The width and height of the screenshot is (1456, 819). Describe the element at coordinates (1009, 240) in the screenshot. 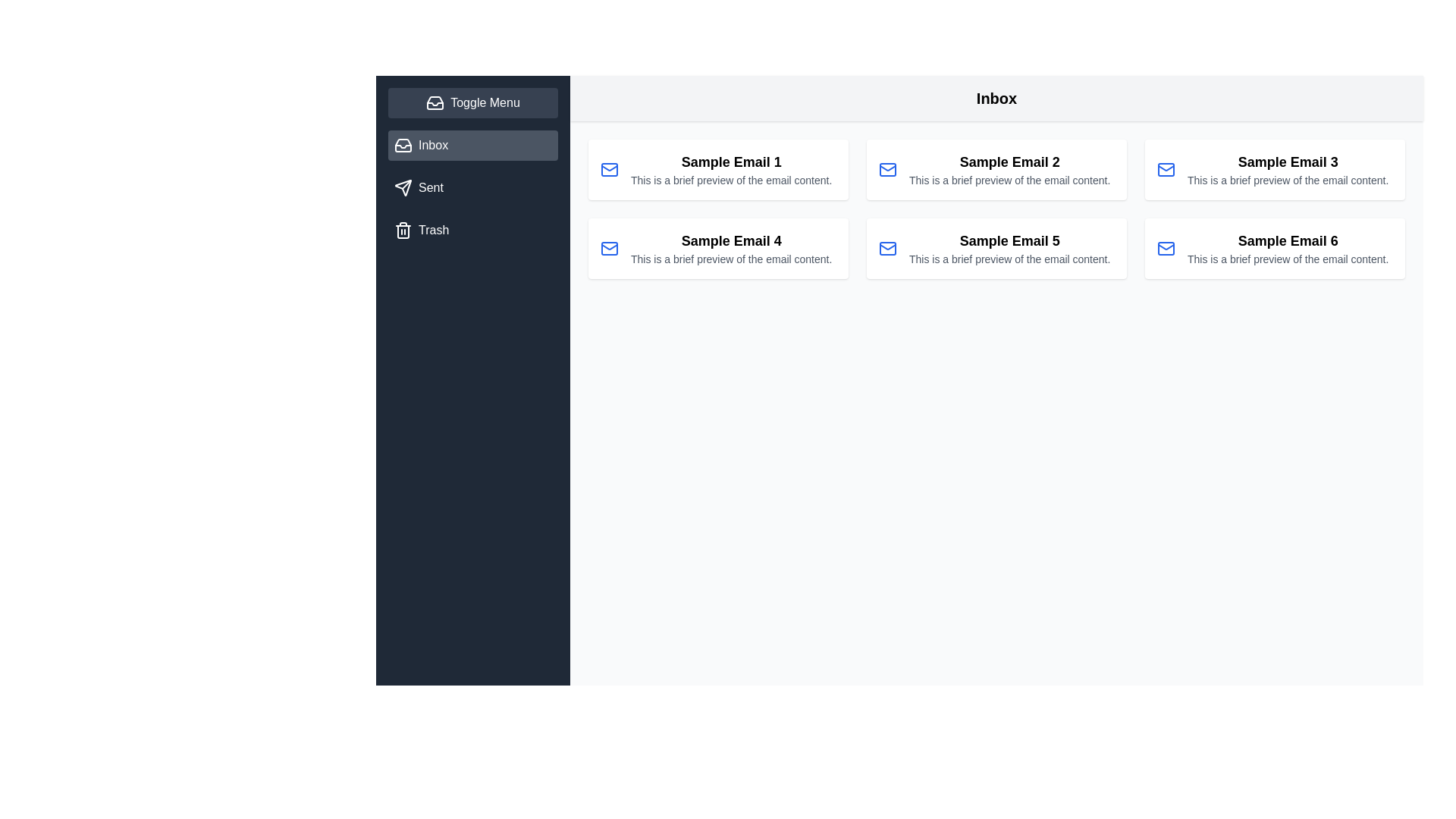

I see `the title text of the email in the fifth email block of the 'Inbox' section` at that location.